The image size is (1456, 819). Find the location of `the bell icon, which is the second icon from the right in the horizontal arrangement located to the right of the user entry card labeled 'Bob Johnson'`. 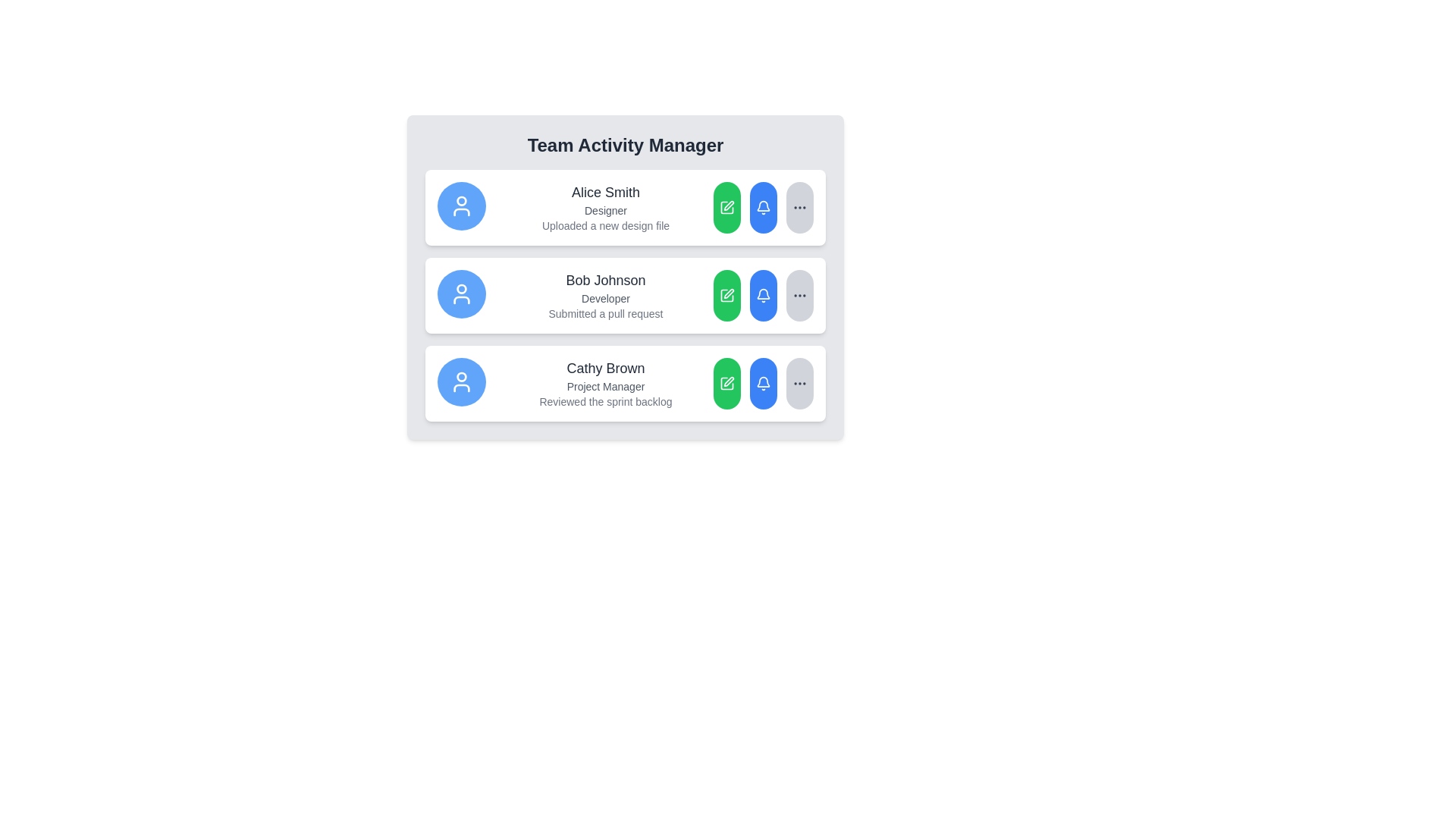

the bell icon, which is the second icon from the right in the horizontal arrangement located to the right of the user entry card labeled 'Bob Johnson' is located at coordinates (764, 295).